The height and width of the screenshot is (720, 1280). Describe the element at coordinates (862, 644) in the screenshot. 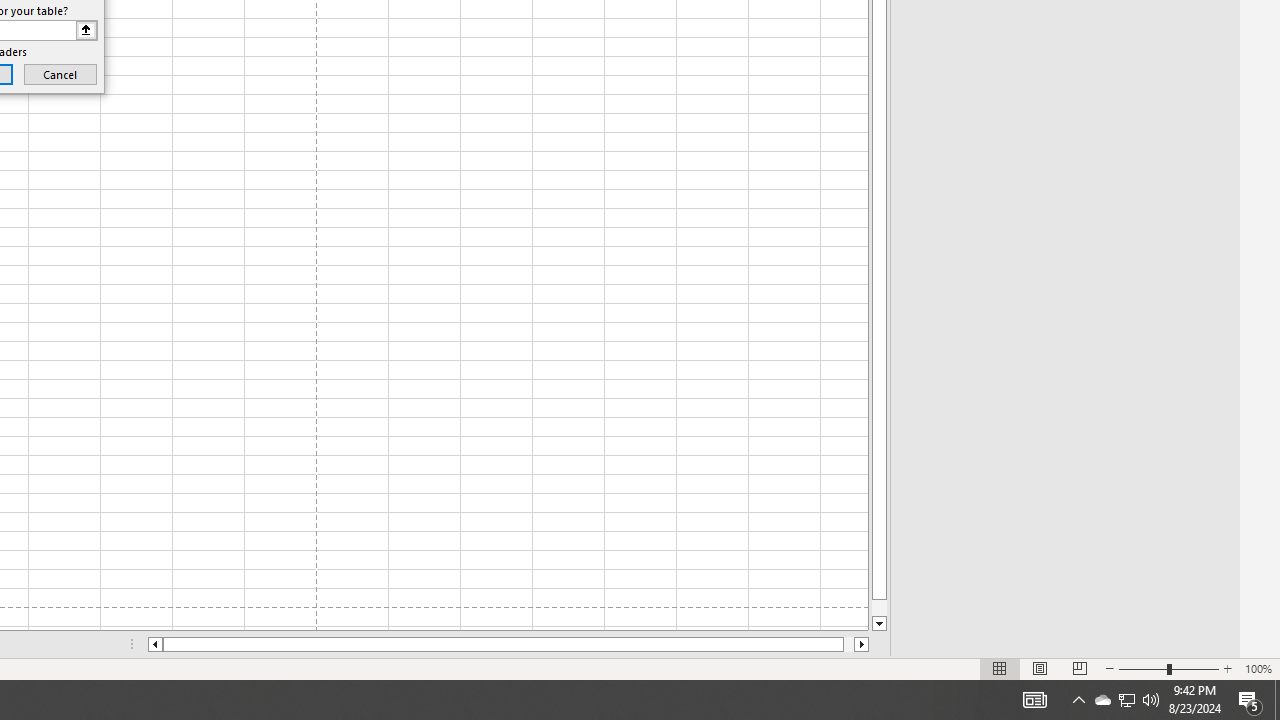

I see `'Column right'` at that location.